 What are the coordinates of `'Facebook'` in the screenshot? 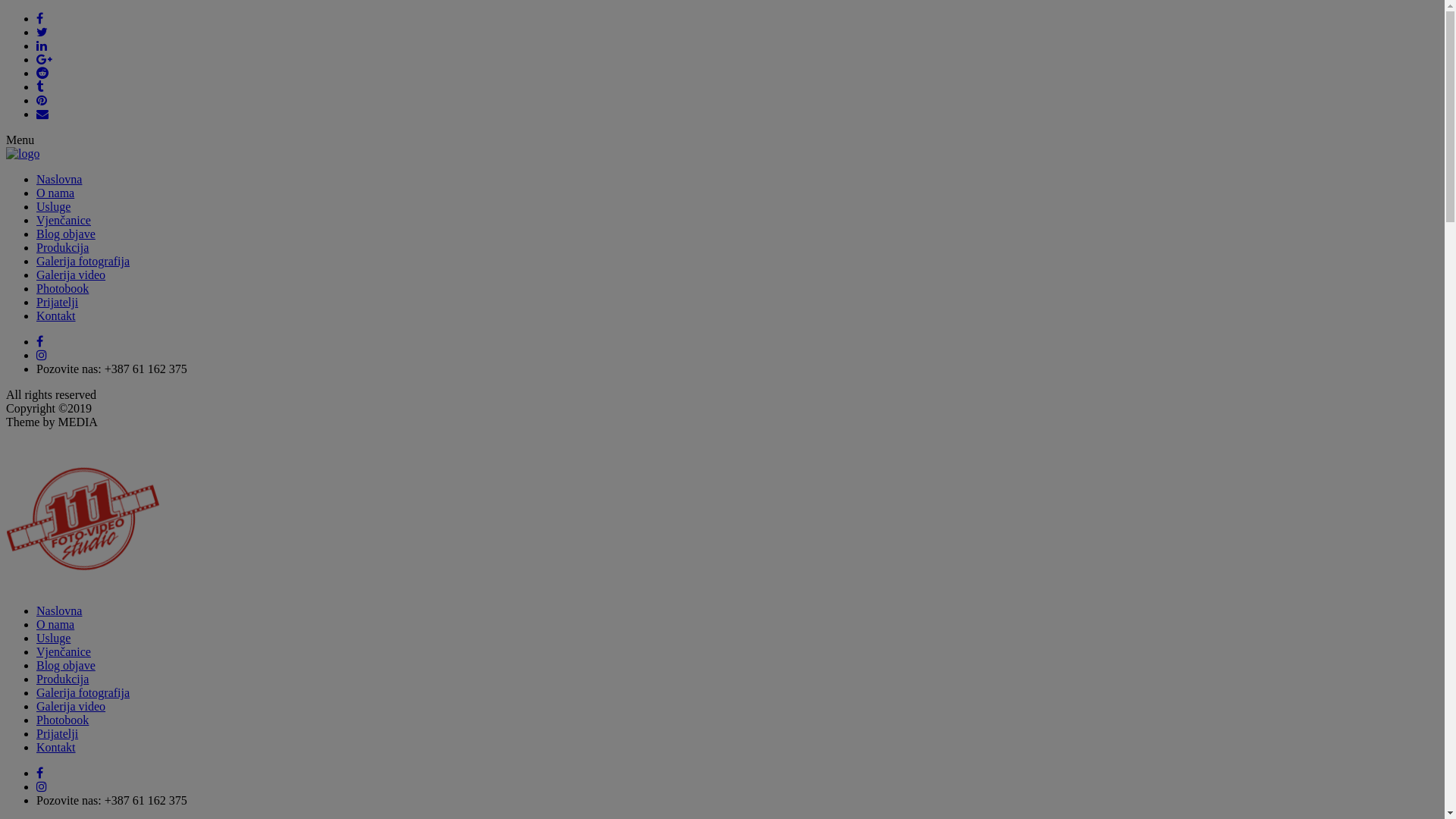 It's located at (36, 773).